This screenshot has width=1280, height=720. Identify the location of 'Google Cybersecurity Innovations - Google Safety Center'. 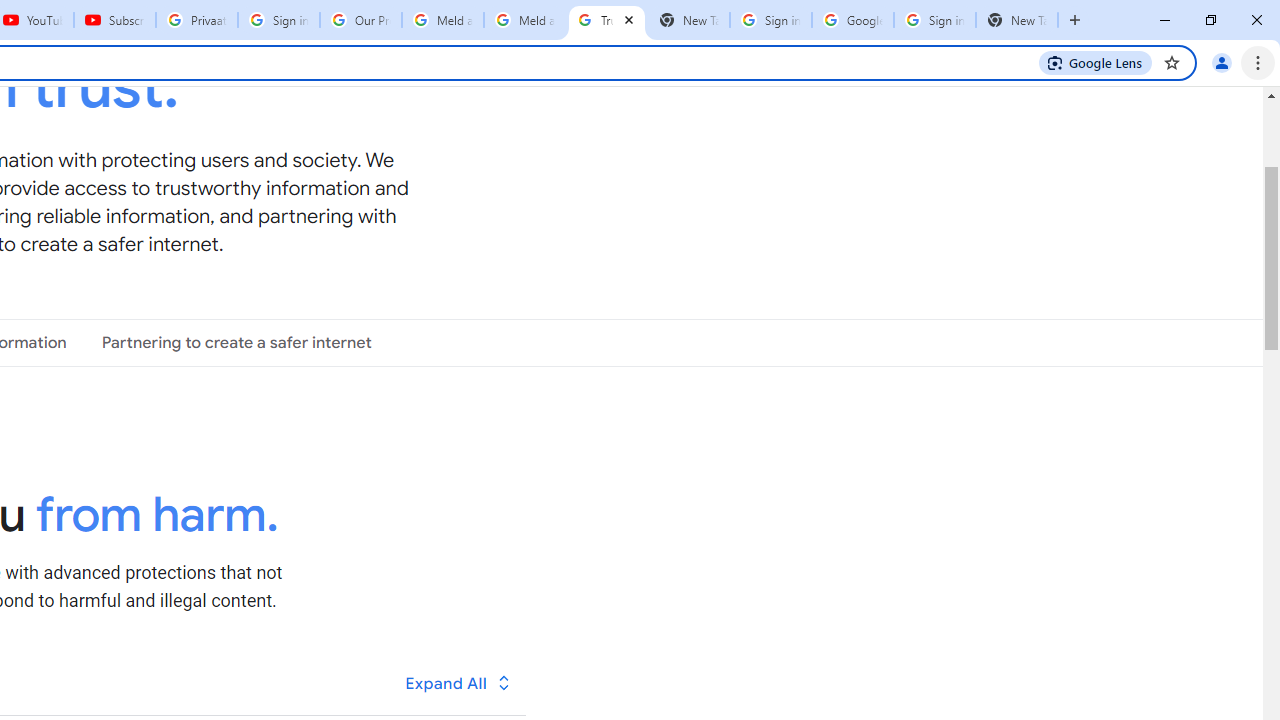
(852, 20).